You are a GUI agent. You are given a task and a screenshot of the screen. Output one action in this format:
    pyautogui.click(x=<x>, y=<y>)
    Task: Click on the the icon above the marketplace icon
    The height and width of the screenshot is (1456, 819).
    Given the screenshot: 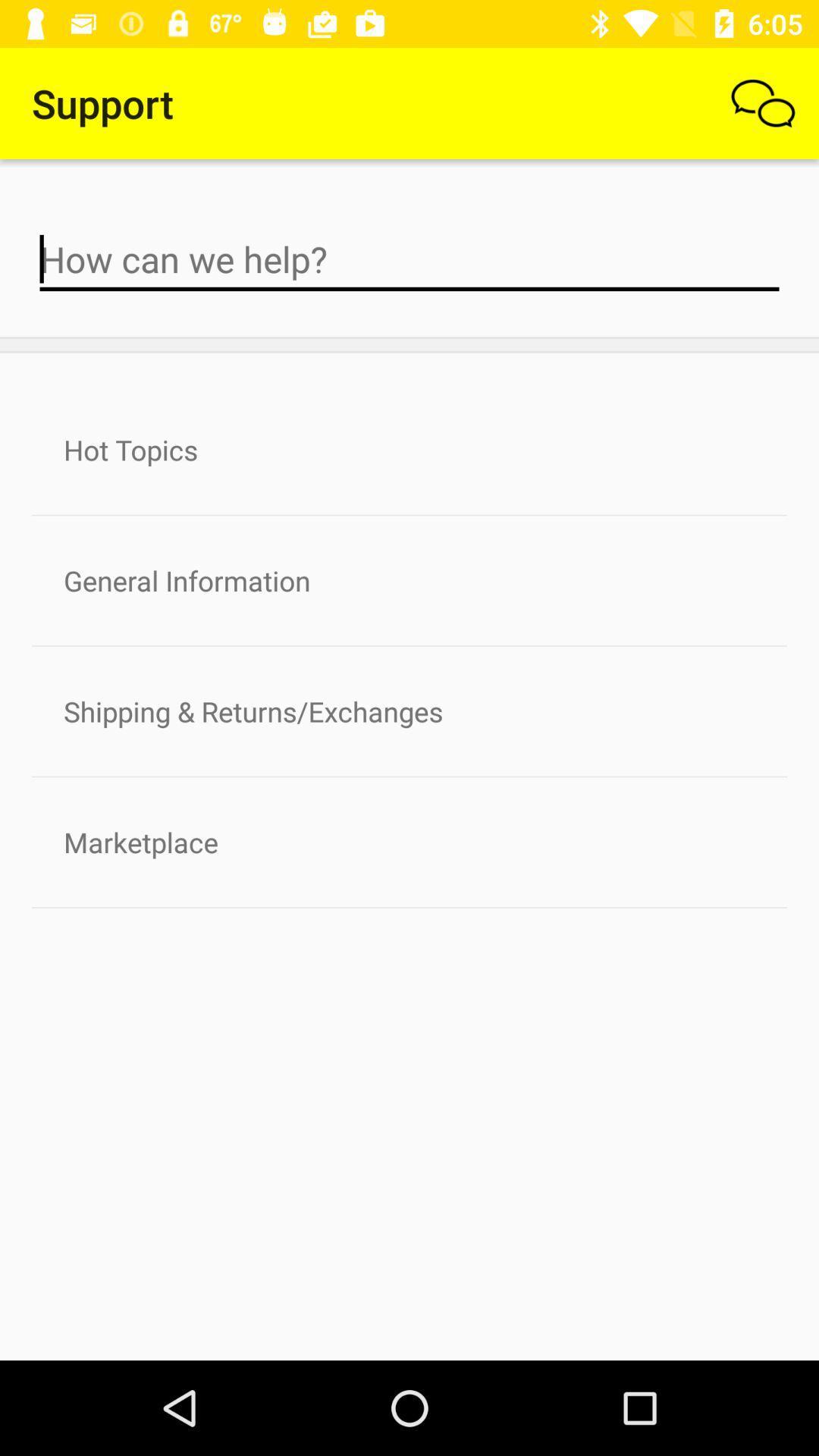 What is the action you would take?
    pyautogui.click(x=409, y=711)
    